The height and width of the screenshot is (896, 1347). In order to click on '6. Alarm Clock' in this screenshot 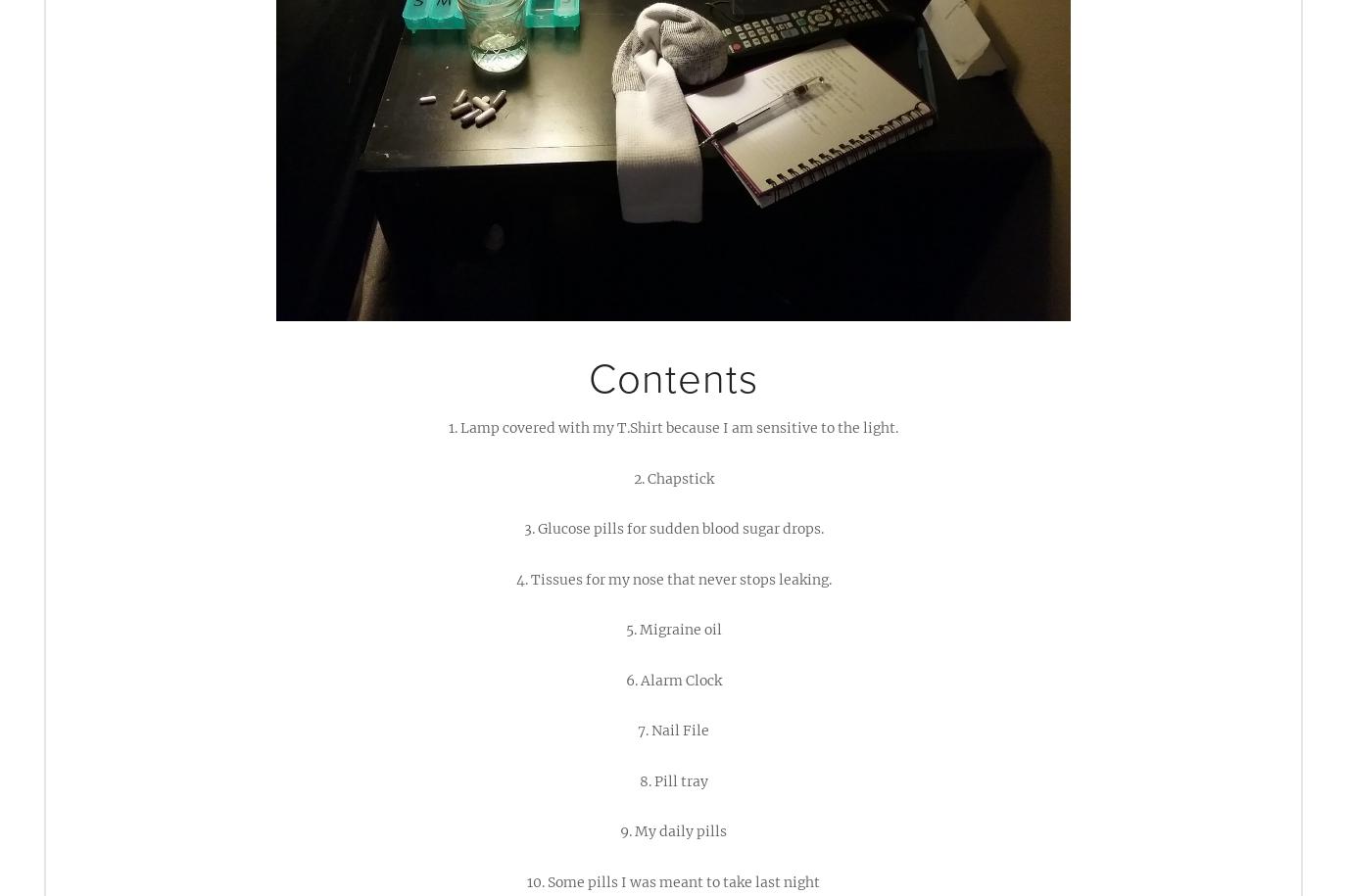, I will do `click(671, 679)`.